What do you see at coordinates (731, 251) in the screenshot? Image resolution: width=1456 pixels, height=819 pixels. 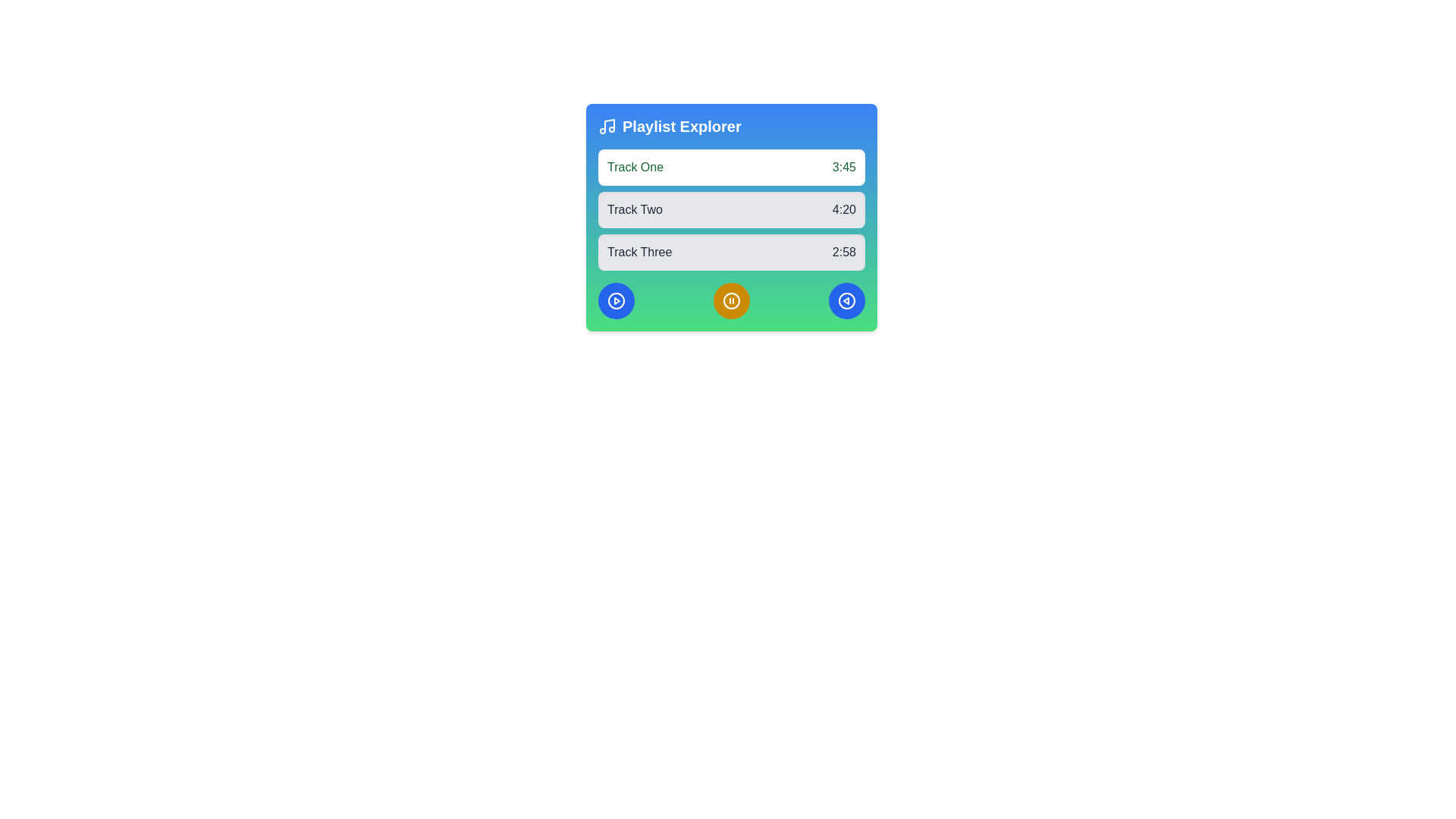 I see `the list item labeled 'Track Three' with a duration of '2:58'` at bounding box center [731, 251].